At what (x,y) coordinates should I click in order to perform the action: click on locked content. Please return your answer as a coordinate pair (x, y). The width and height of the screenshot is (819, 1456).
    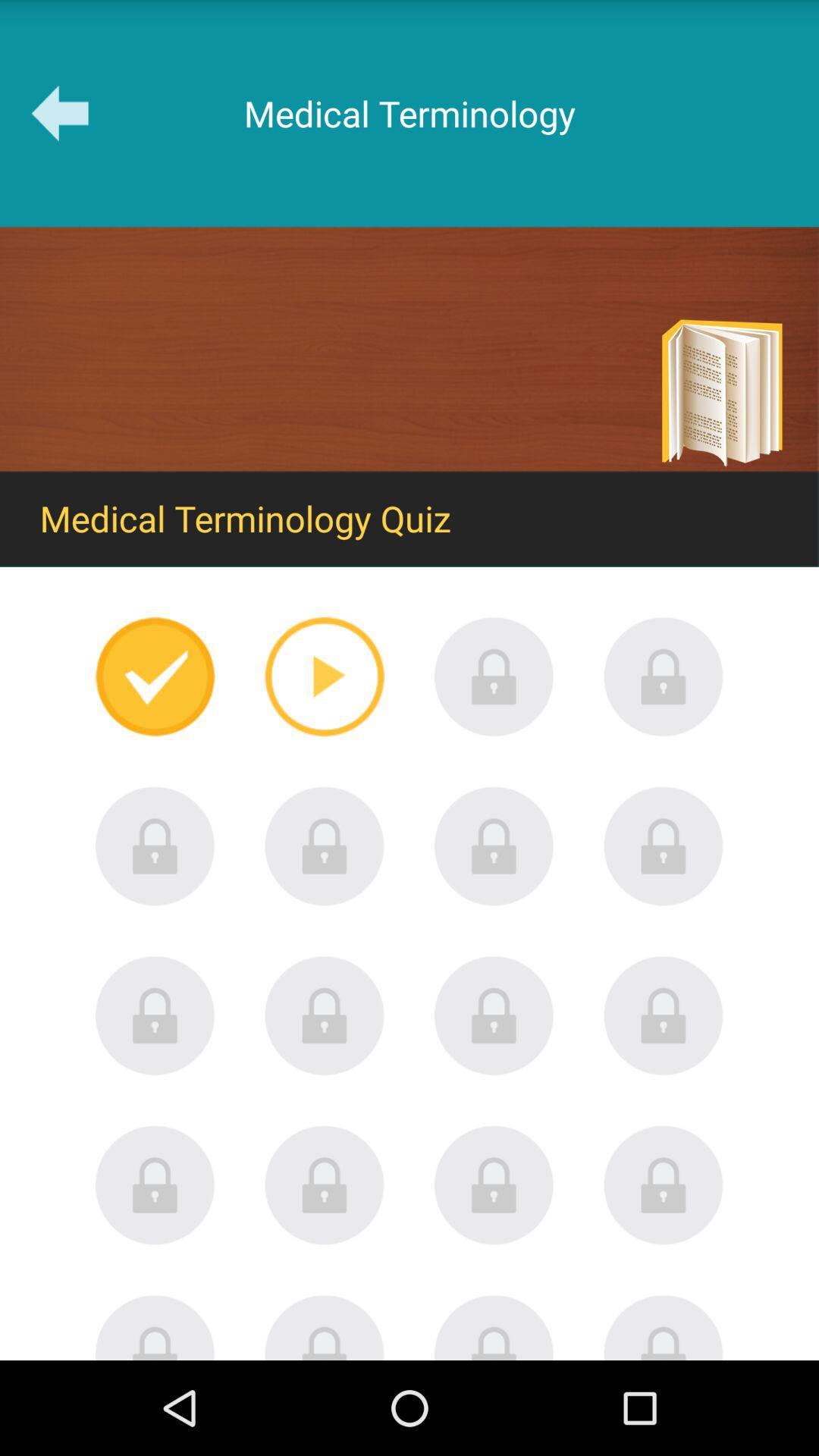
    Looking at the image, I should click on (324, 1326).